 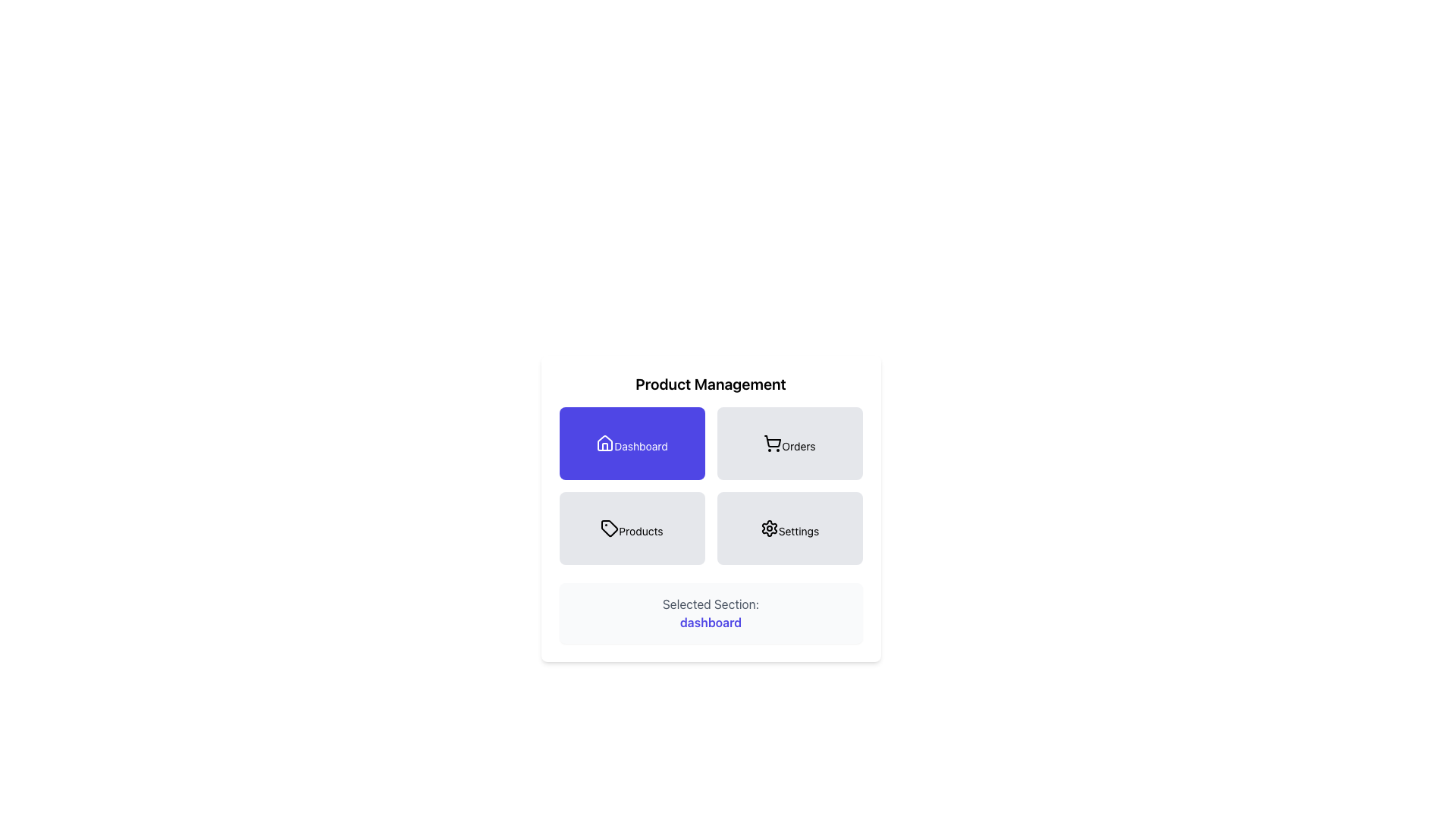 I want to click on the 'Products' button, which is a rectangular button with rounded corners and a light gray background, located under the 'Product Management' heading, so click(x=632, y=528).